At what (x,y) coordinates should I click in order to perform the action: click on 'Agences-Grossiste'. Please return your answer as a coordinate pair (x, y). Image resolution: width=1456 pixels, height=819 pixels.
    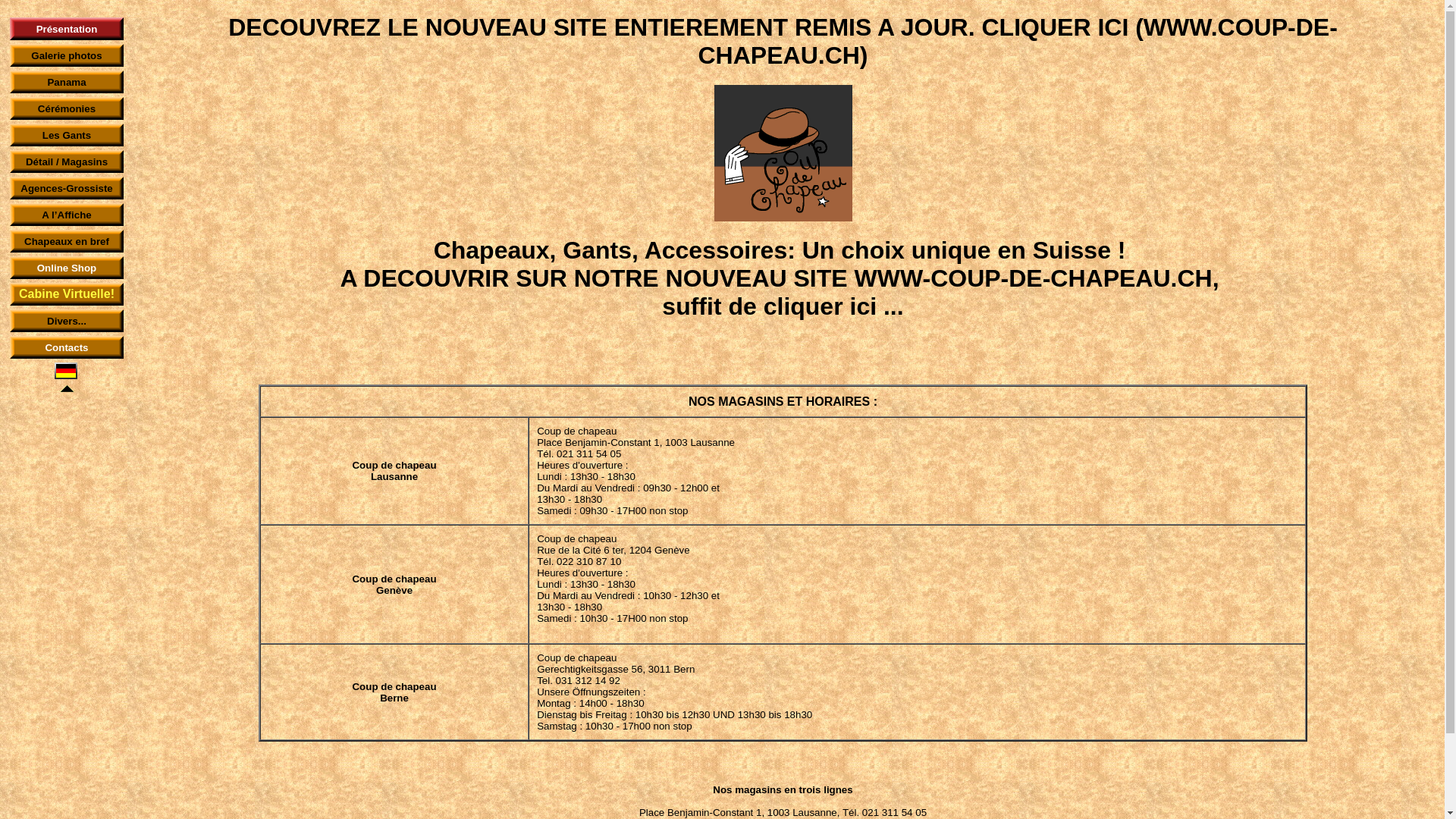
    Looking at the image, I should click on (65, 187).